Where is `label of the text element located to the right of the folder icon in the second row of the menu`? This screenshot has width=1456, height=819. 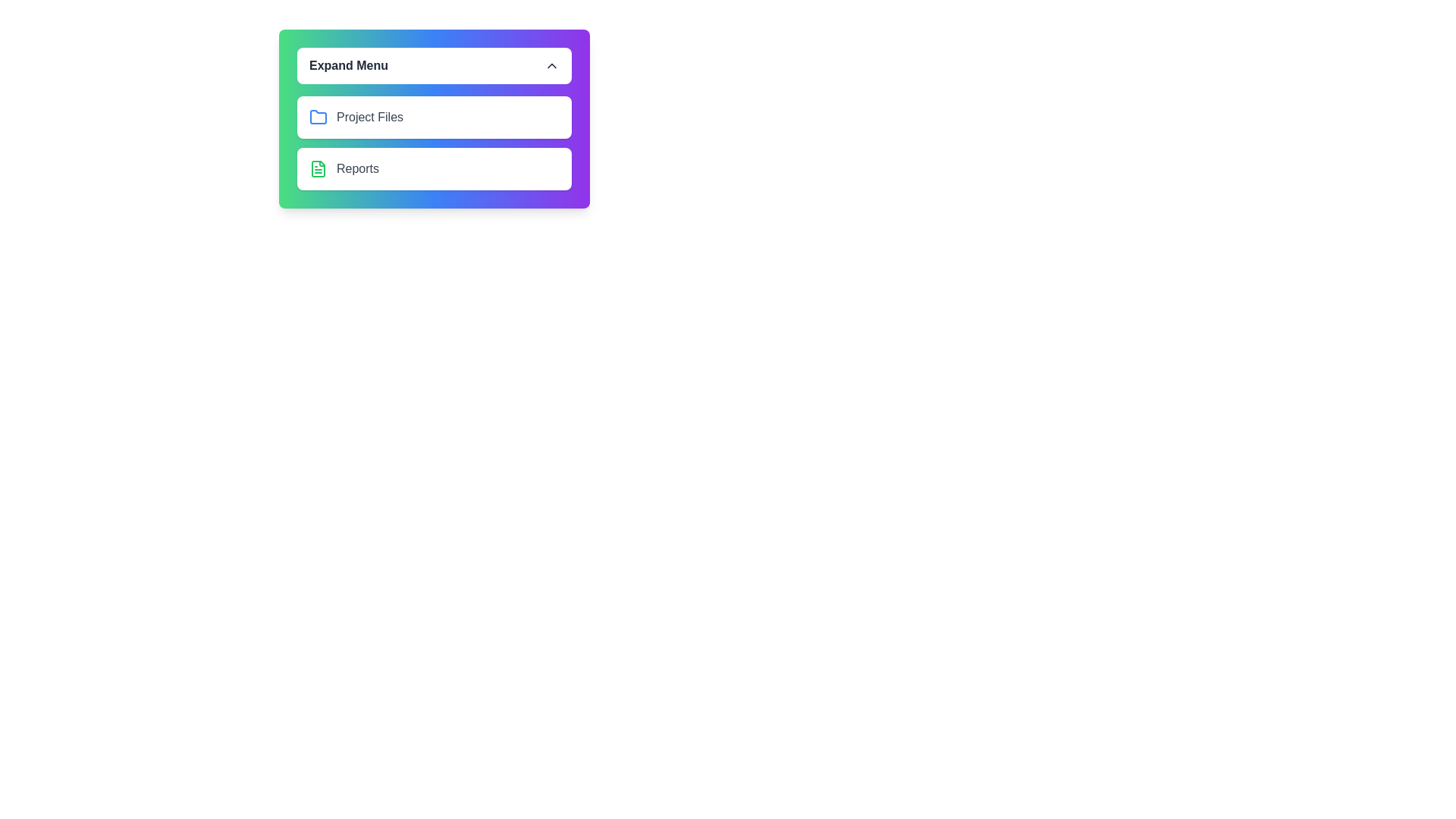
label of the text element located to the right of the folder icon in the second row of the menu is located at coordinates (370, 116).